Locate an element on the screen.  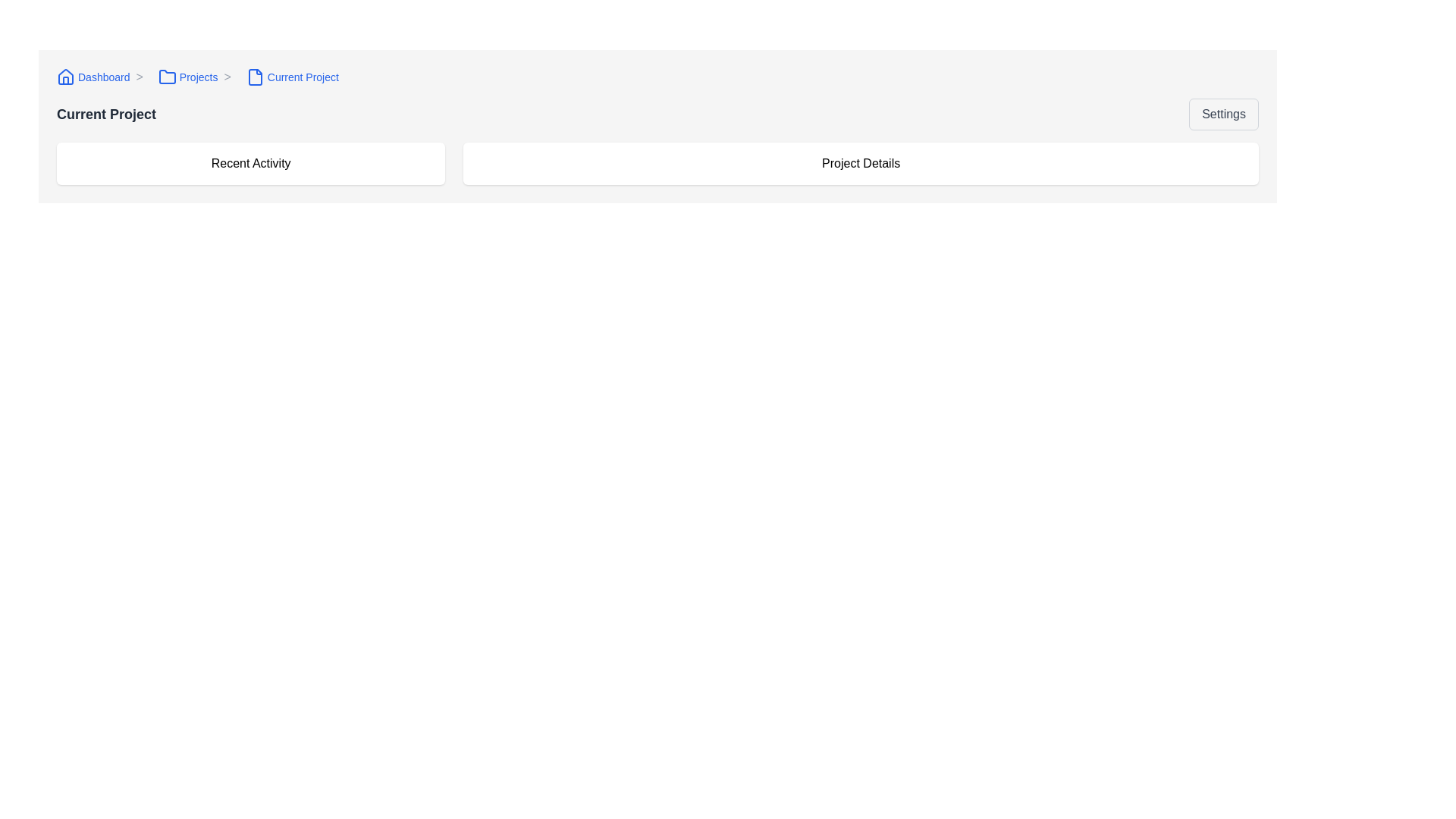
the home icon located at the top-left corner of the interface, to the left of the 'Dashboard' link is located at coordinates (64, 77).